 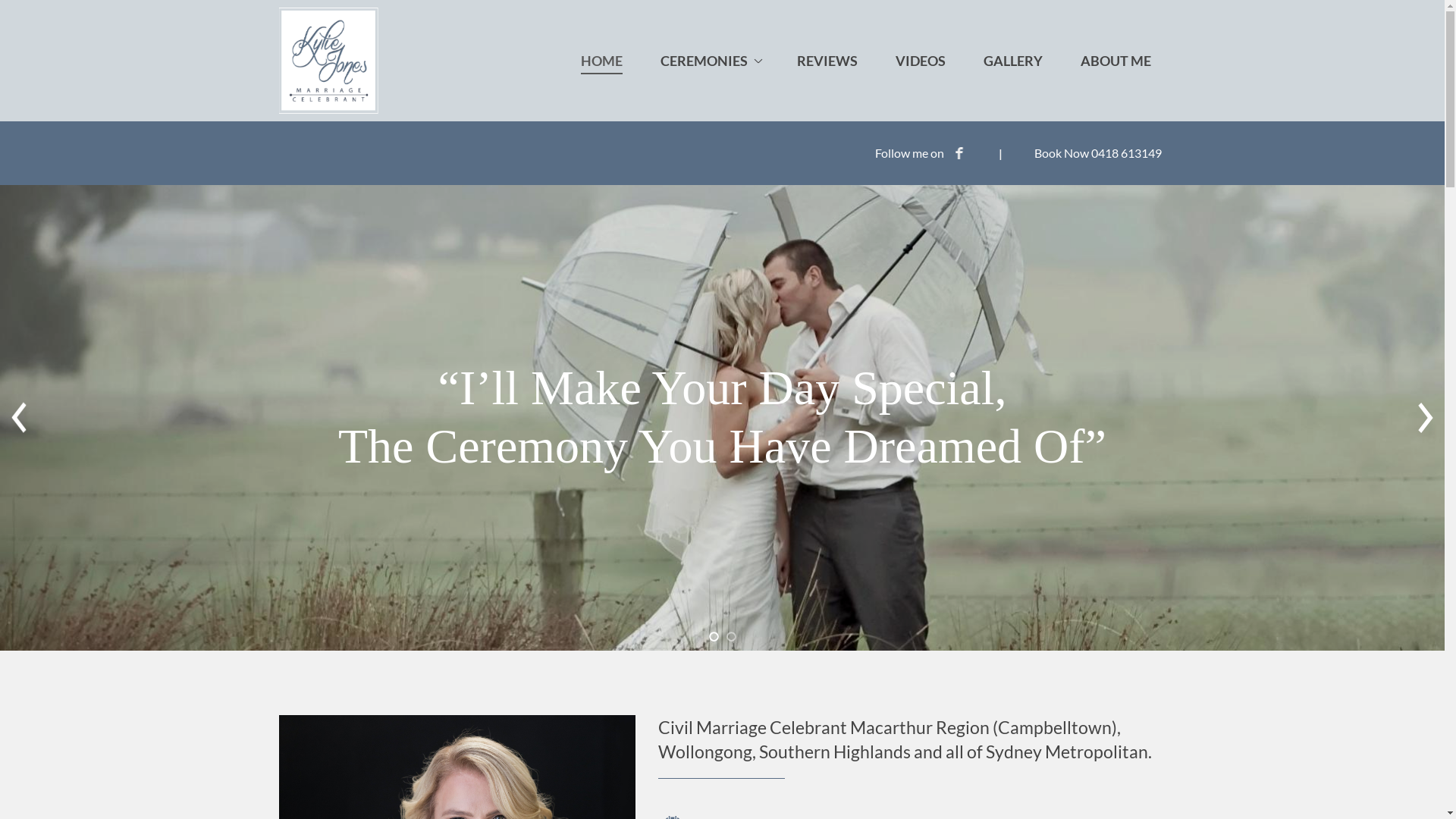 What do you see at coordinates (993, 152) in the screenshot?
I see `'|'` at bounding box center [993, 152].